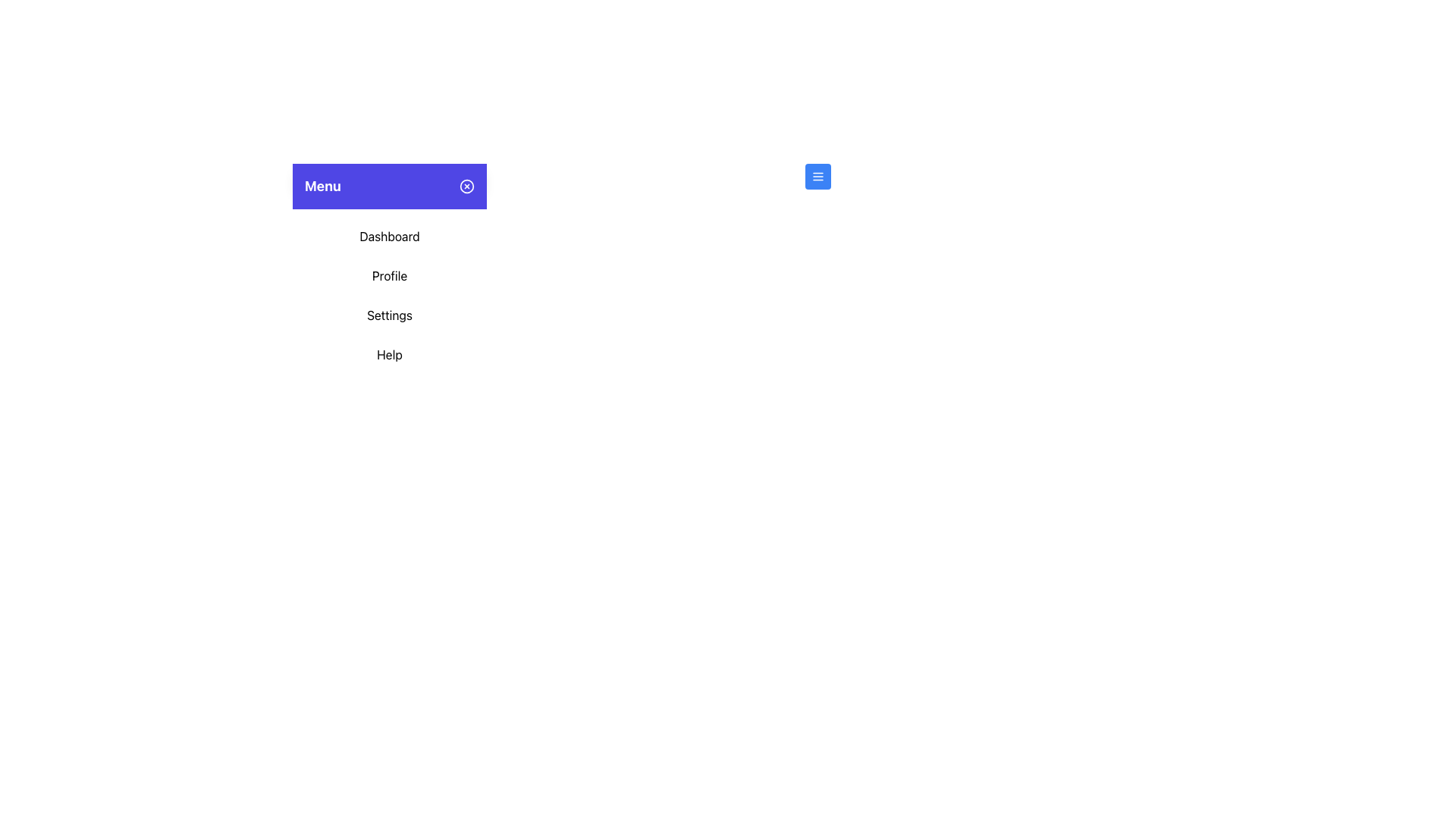 The height and width of the screenshot is (819, 1456). Describe the element at coordinates (389, 315) in the screenshot. I see `the third item in the vertical list of four elements labeled 'Settings' located below the 'Menu' header` at that location.